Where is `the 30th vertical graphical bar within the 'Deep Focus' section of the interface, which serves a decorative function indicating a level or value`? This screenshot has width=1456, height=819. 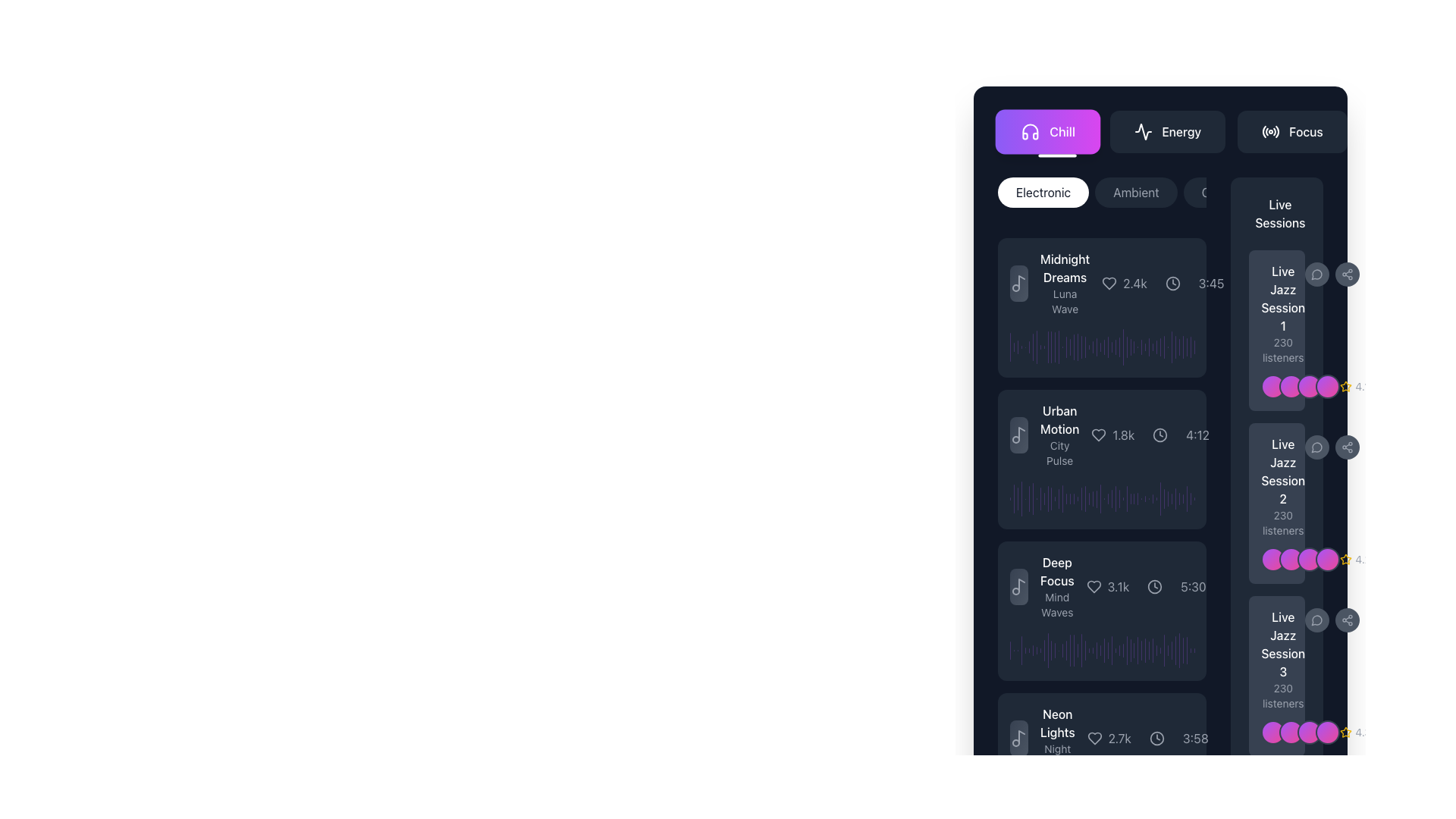 the 30th vertical graphical bar within the 'Deep Focus' section of the interface, which serves a decorative function indicating a level or value is located at coordinates (1119, 649).